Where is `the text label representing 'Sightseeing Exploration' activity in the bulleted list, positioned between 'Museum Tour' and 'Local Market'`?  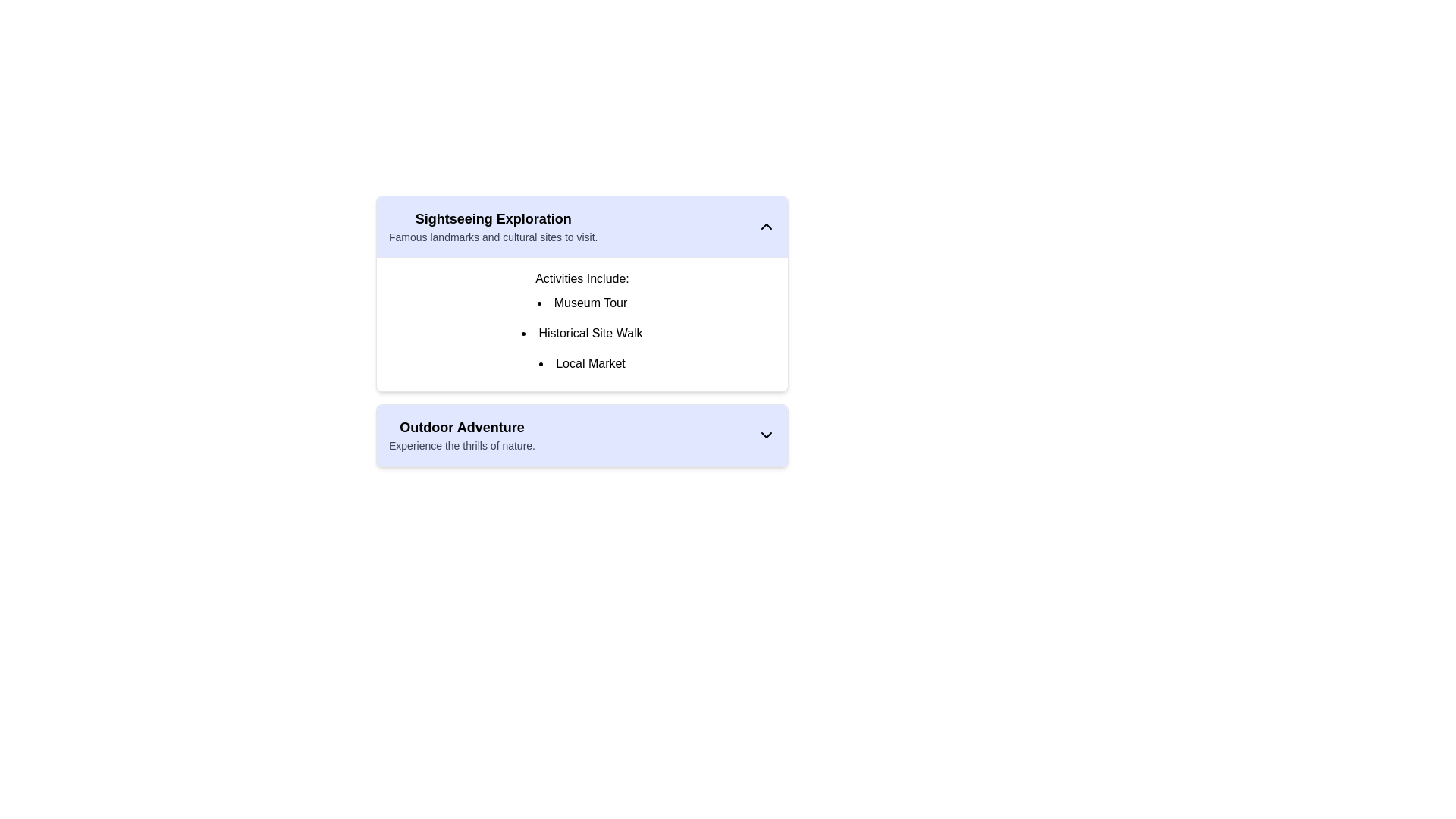
the text label representing 'Sightseeing Exploration' activity in the bulleted list, positioned between 'Museum Tour' and 'Local Market' is located at coordinates (582, 332).